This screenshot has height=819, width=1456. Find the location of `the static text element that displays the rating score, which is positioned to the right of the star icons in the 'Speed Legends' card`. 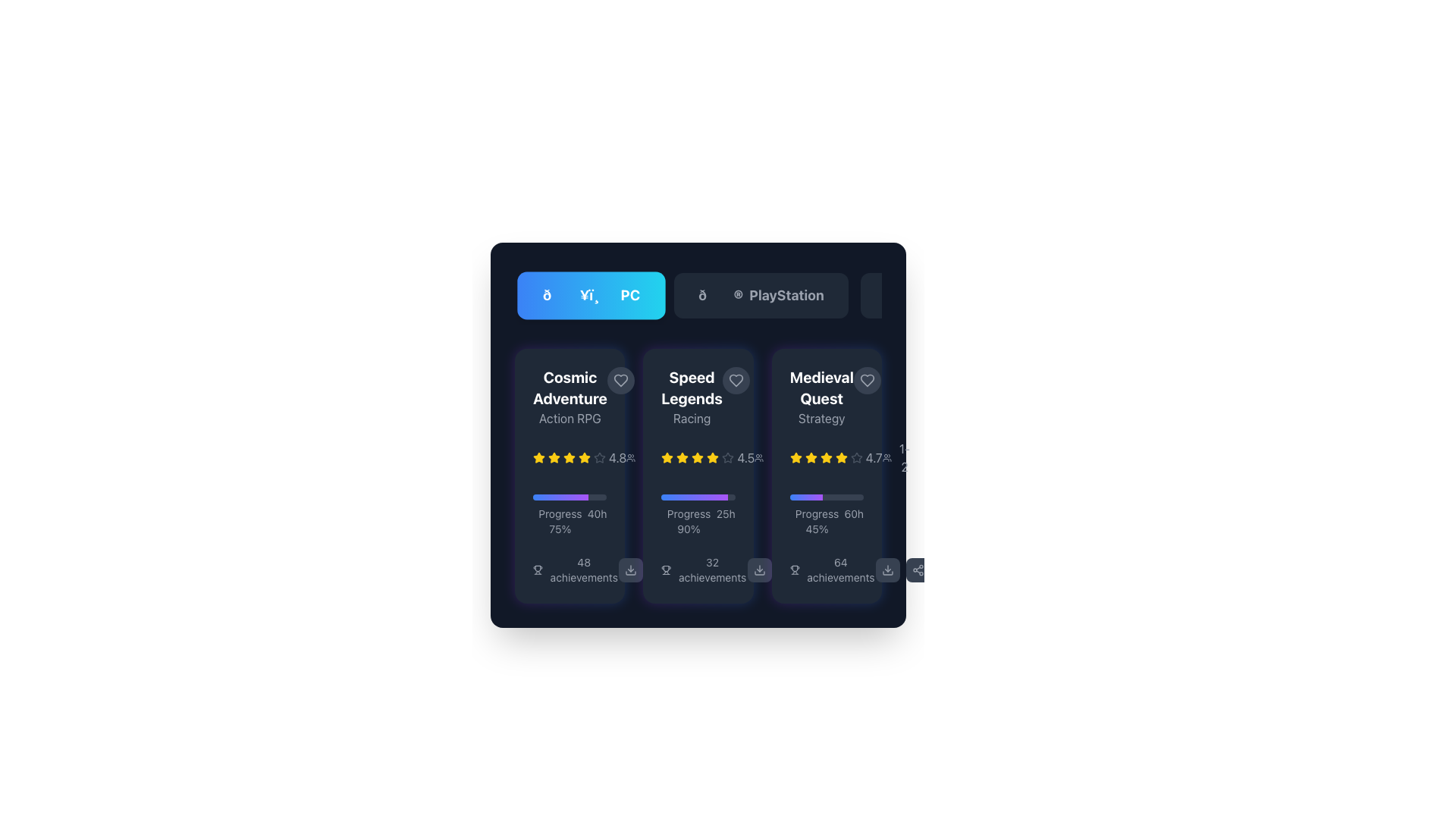

the static text element that displays the rating score, which is positioned to the right of the star icons in the 'Speed Legends' card is located at coordinates (745, 457).